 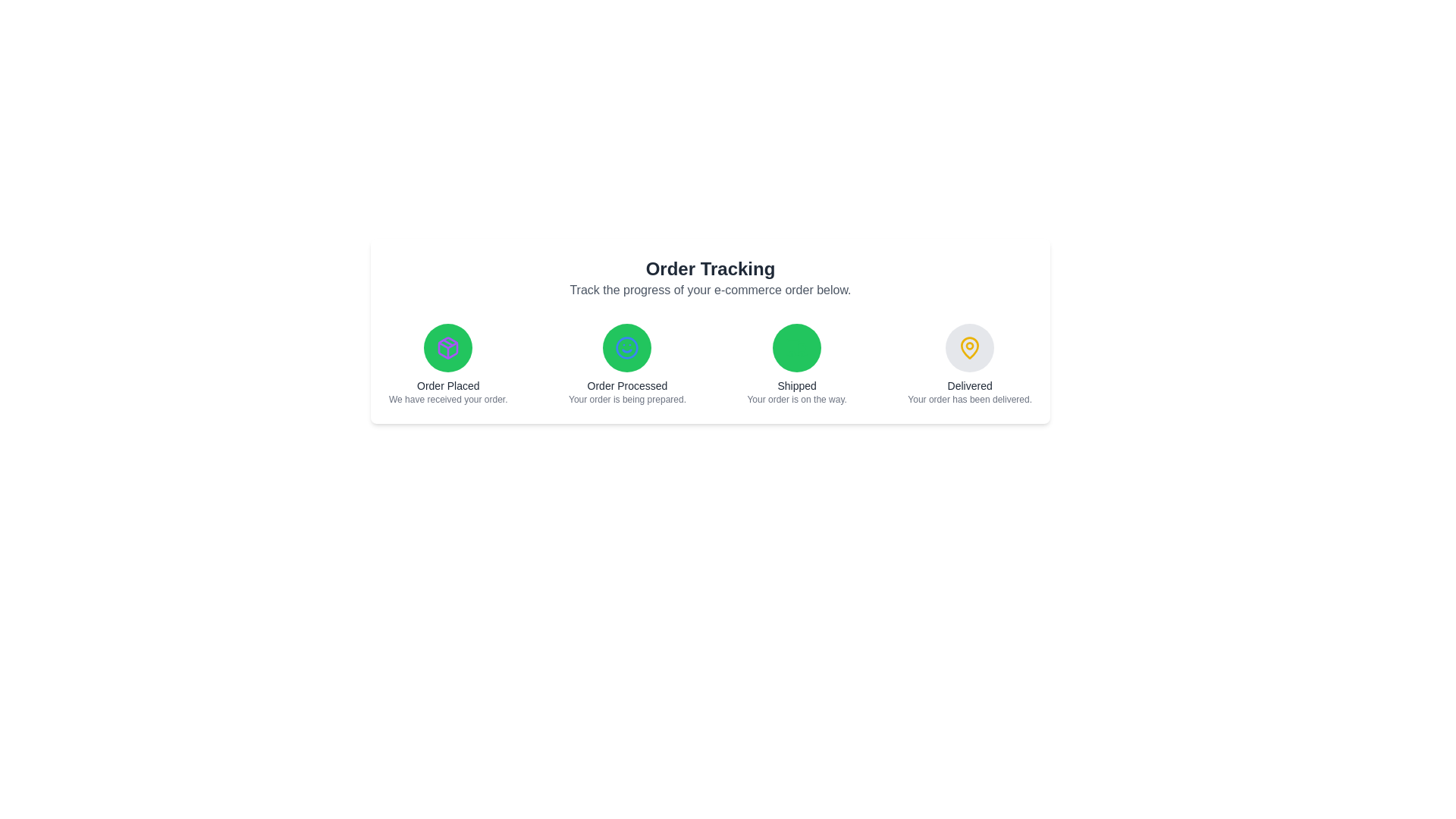 I want to click on the 'Delivered' status icon button located at the top center of the order tracking card, which is the fourth element in a horizontal group, so click(x=969, y=348).